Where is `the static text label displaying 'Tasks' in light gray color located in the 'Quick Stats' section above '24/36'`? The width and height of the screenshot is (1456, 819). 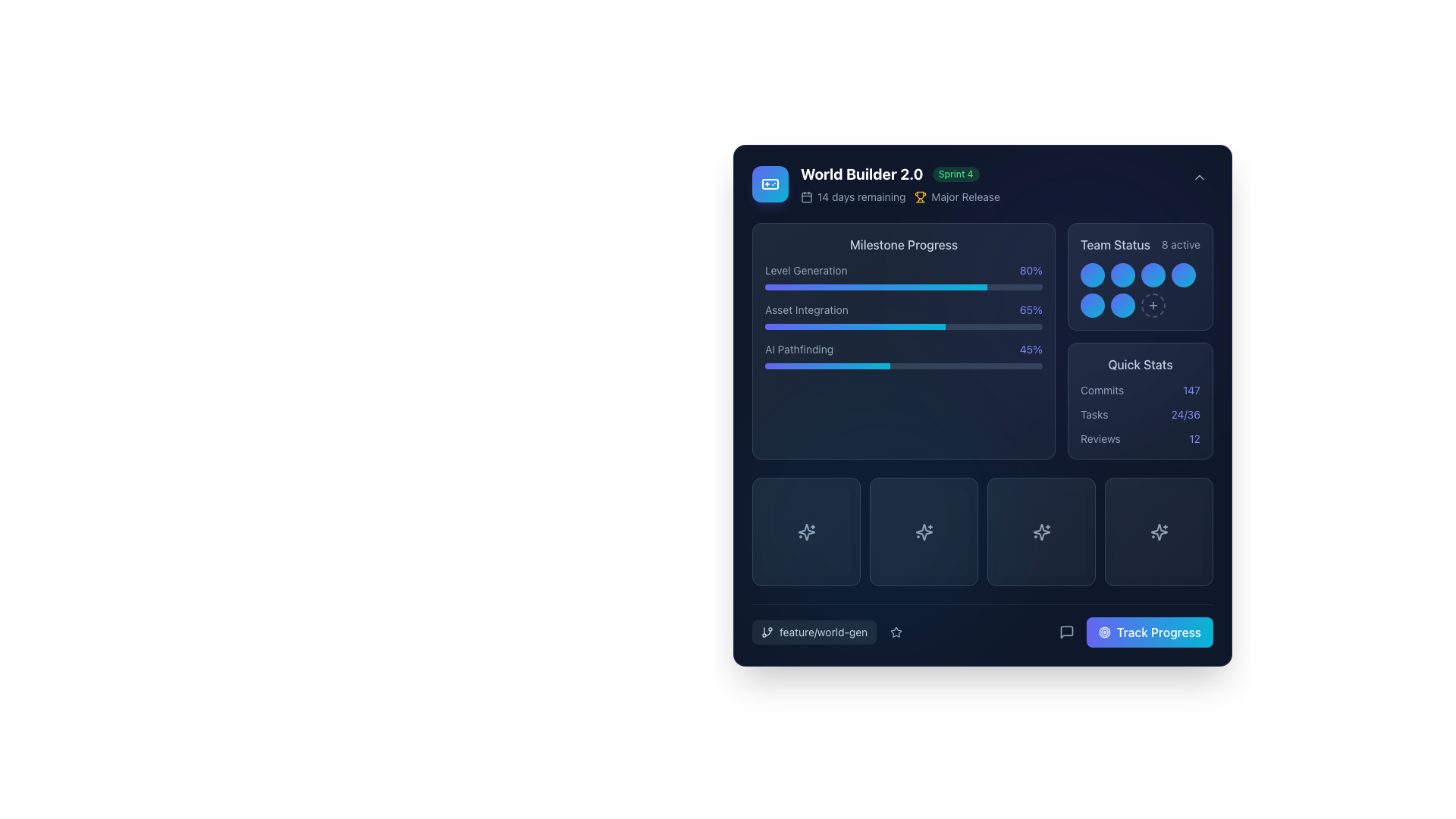
the static text label displaying 'Tasks' in light gray color located in the 'Quick Stats' section above '24/36' is located at coordinates (1094, 415).